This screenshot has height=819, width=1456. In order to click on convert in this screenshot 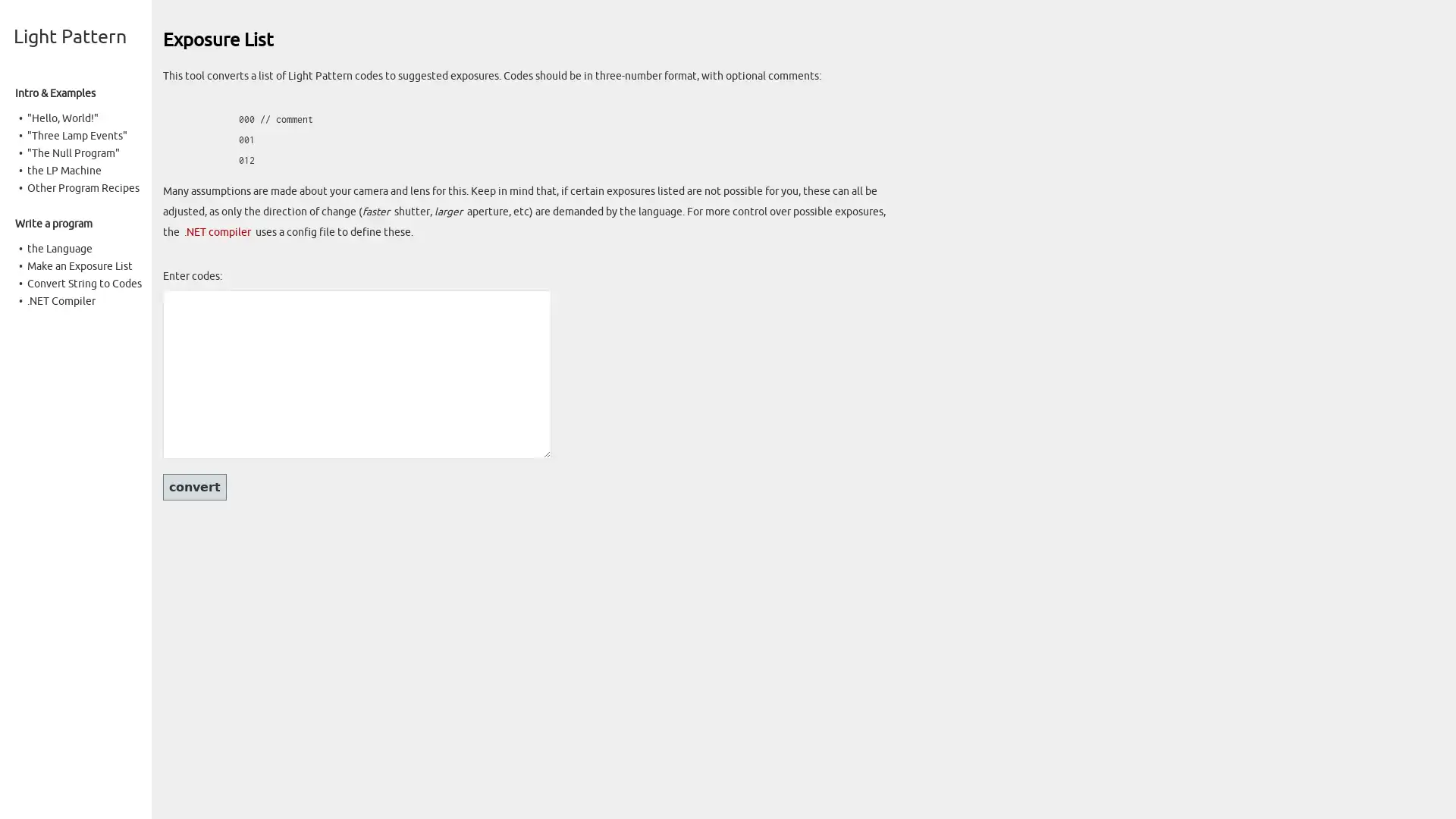, I will do `click(194, 486)`.